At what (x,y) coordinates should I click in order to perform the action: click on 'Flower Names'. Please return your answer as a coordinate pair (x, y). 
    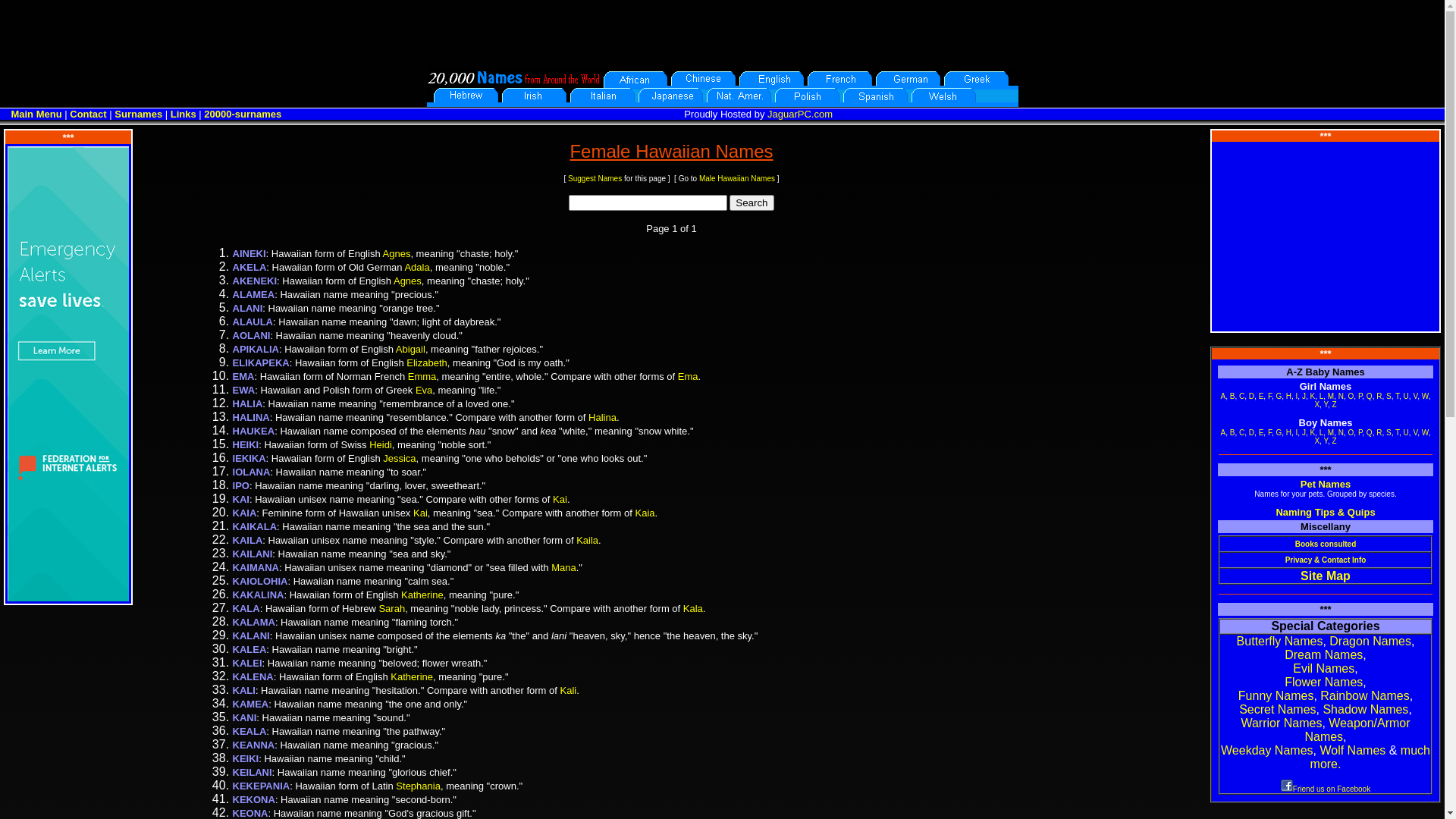
    Looking at the image, I should click on (1323, 681).